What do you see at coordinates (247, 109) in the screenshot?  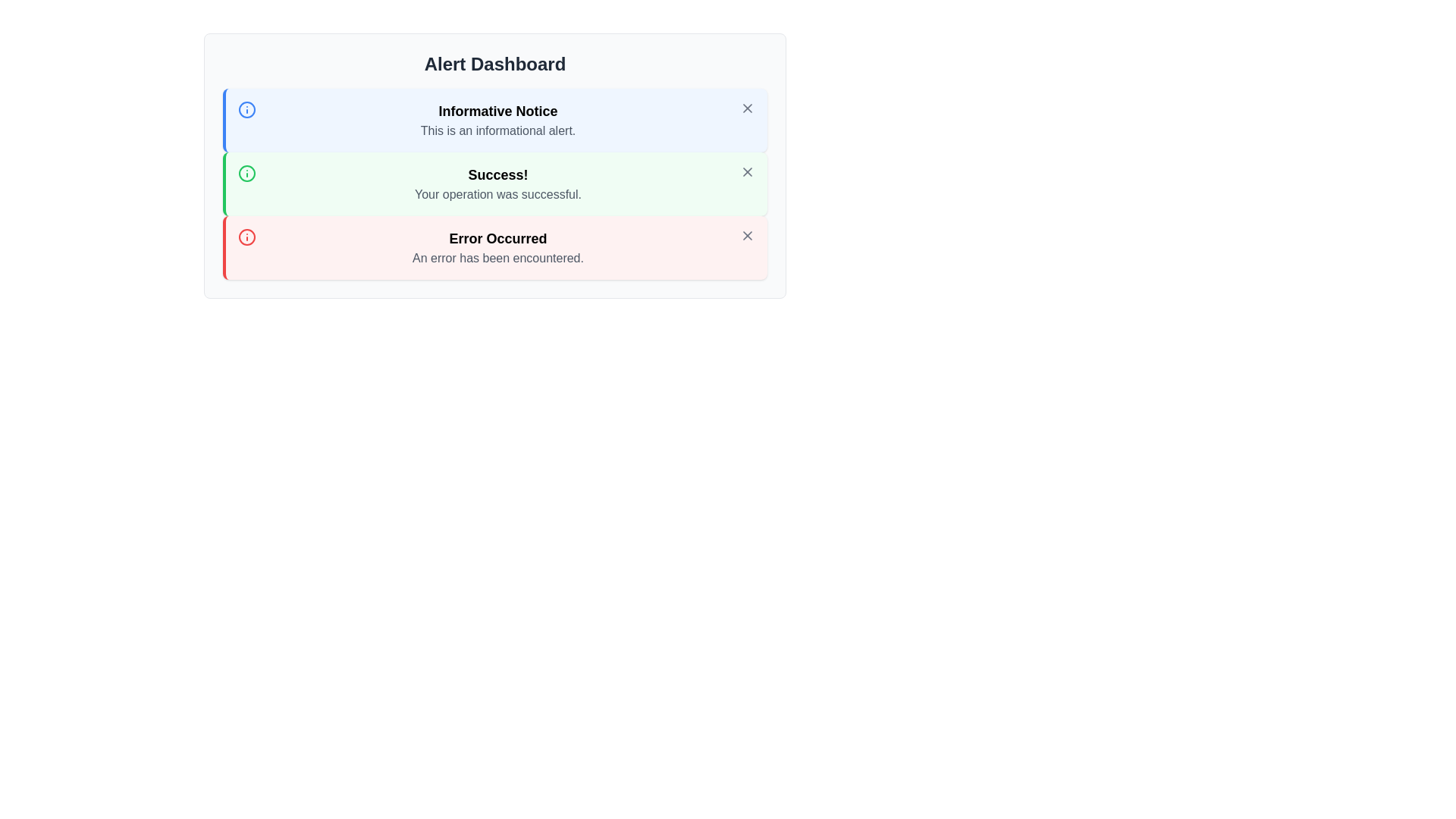 I see `the Circular icon located within the blue-bordered 'Informative Notice' section on the alert dashboard for additional information` at bounding box center [247, 109].